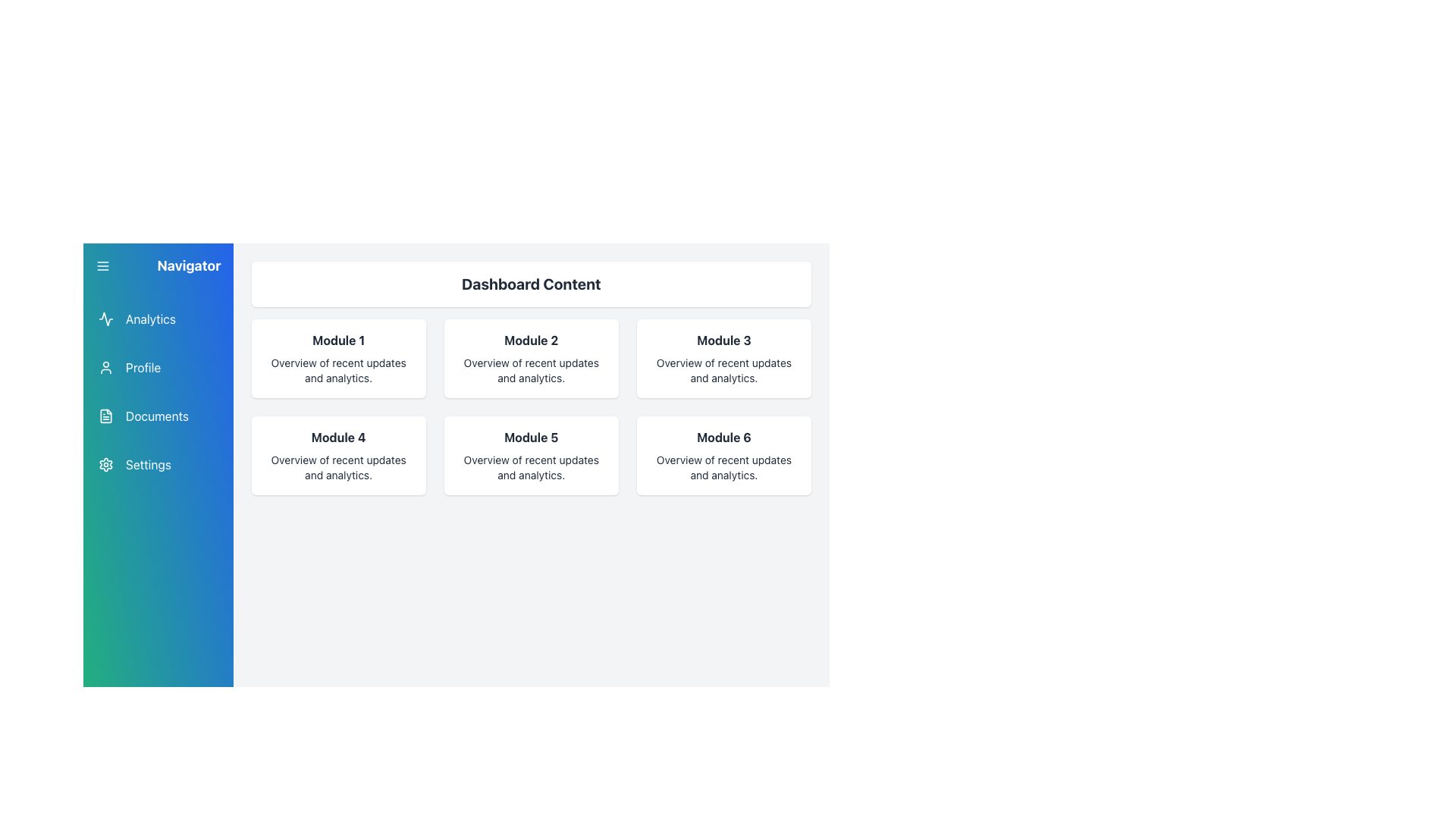  Describe the element at coordinates (337, 438) in the screenshot. I see `the text element indicating 'Module 4', which serves as the header for the card in the top-left position of the second row in the grid` at that location.